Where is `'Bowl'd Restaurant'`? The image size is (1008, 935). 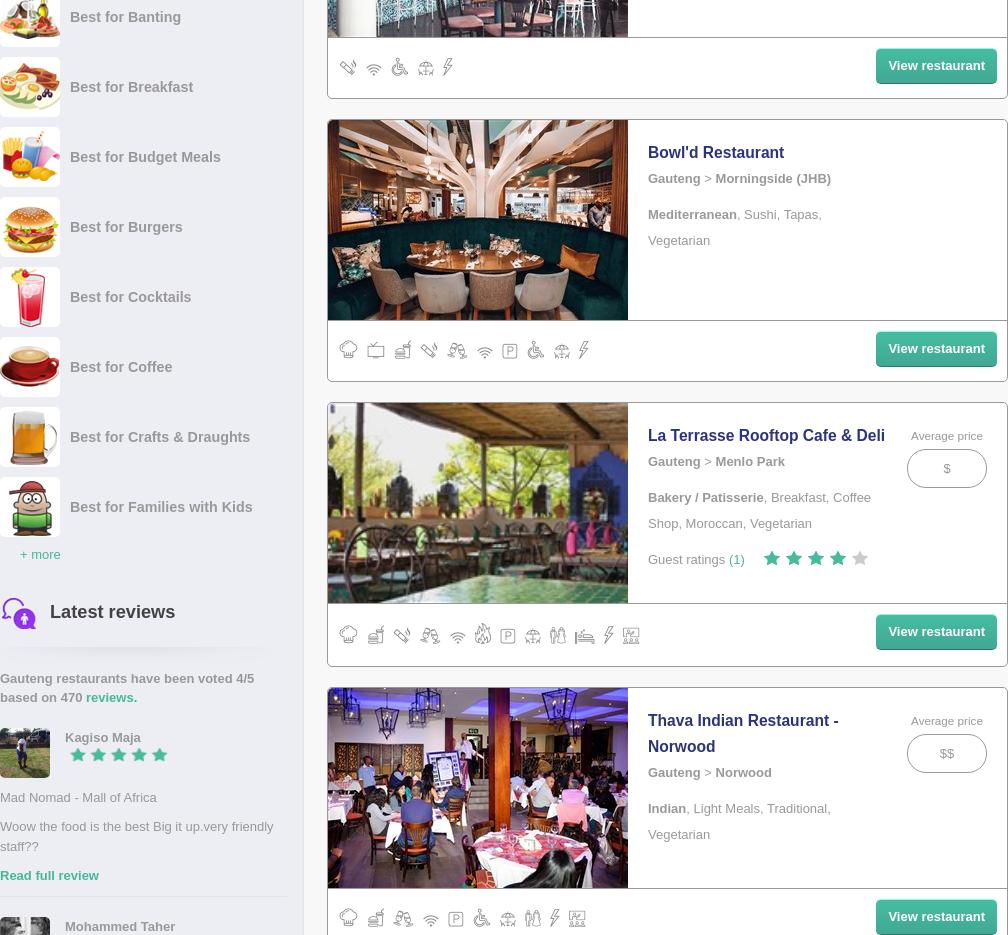 'Bowl'd Restaurant' is located at coordinates (648, 152).